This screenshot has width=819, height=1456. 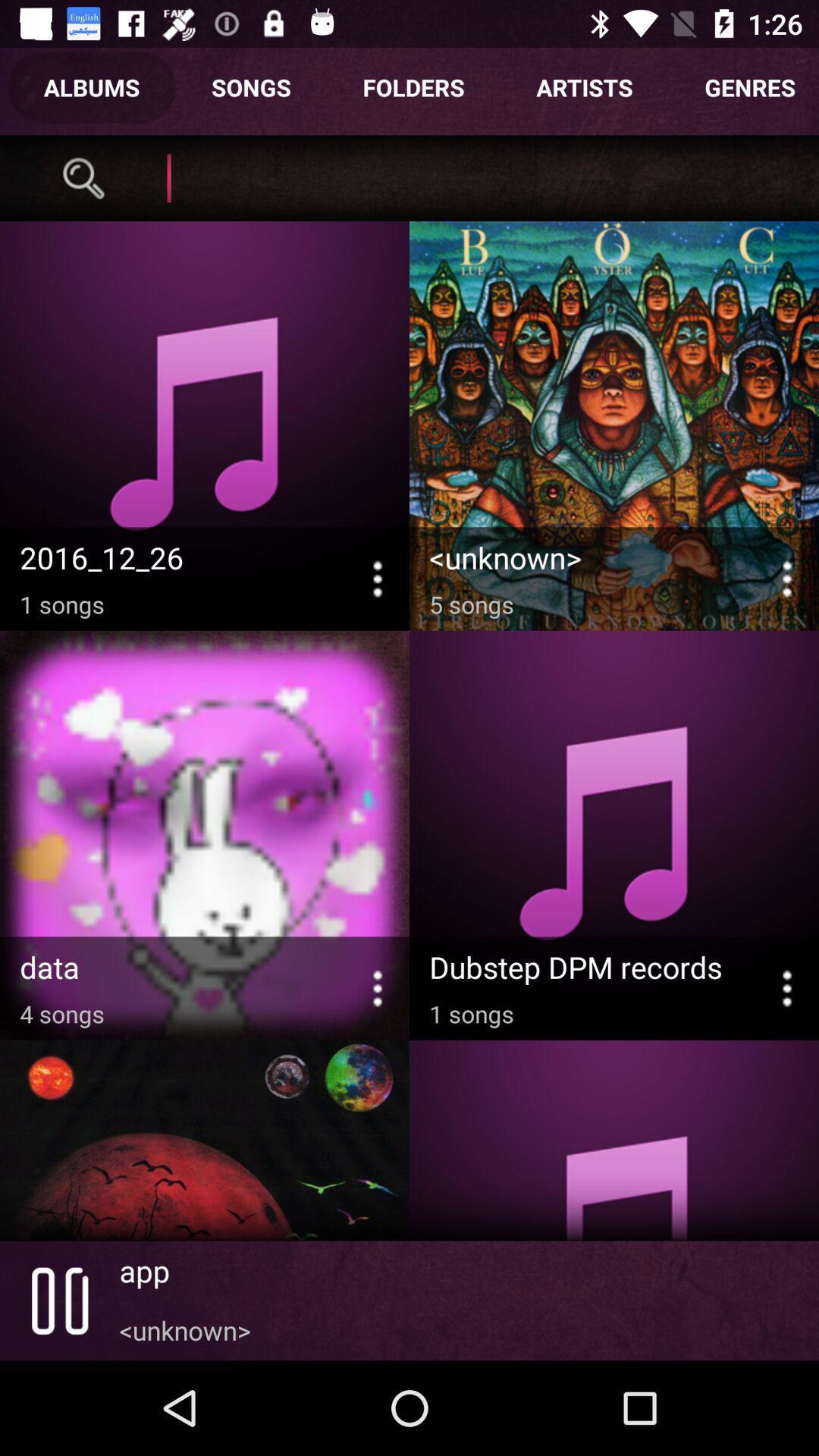 What do you see at coordinates (58, 1300) in the screenshot?
I see `the pause icon` at bounding box center [58, 1300].